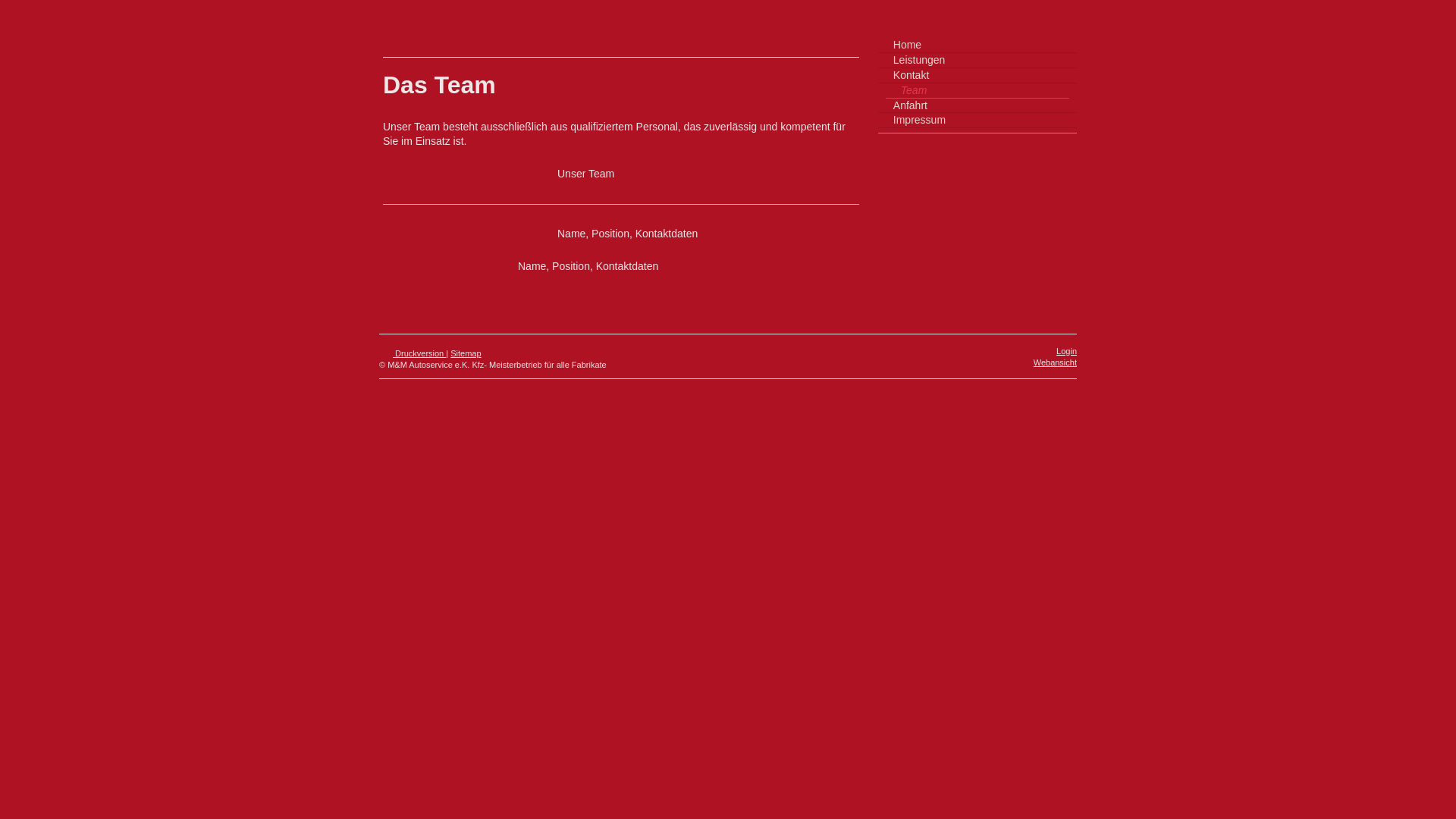  I want to click on 'Team', so click(885, 90).